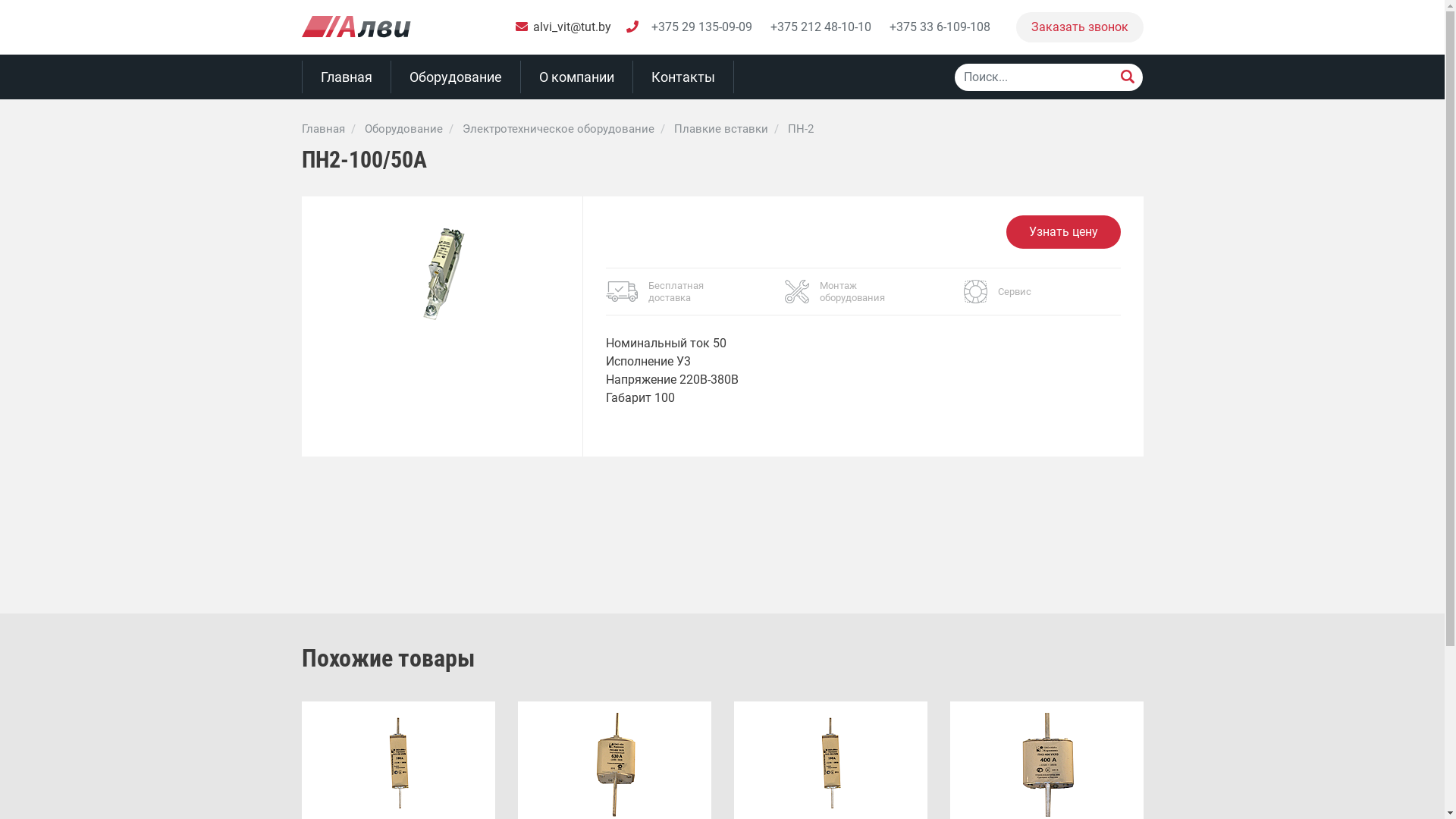 Image resolution: width=1456 pixels, height=819 pixels. What do you see at coordinates (820, 27) in the screenshot?
I see `'+375 212 48-10-10'` at bounding box center [820, 27].